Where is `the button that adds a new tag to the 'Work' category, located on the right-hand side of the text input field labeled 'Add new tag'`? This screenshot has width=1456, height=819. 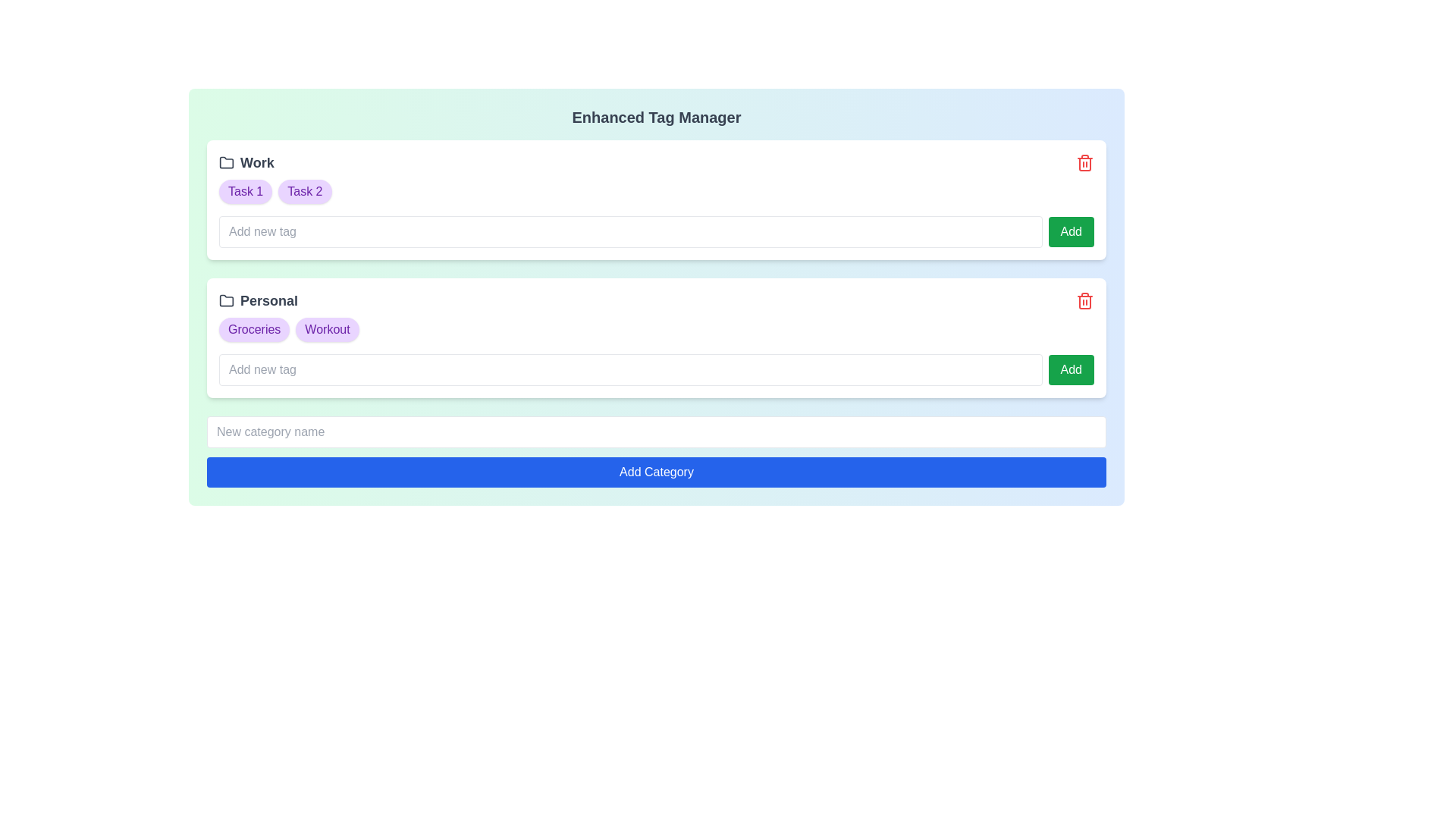 the button that adds a new tag to the 'Work' category, located on the right-hand side of the text input field labeled 'Add new tag' is located at coordinates (1070, 231).